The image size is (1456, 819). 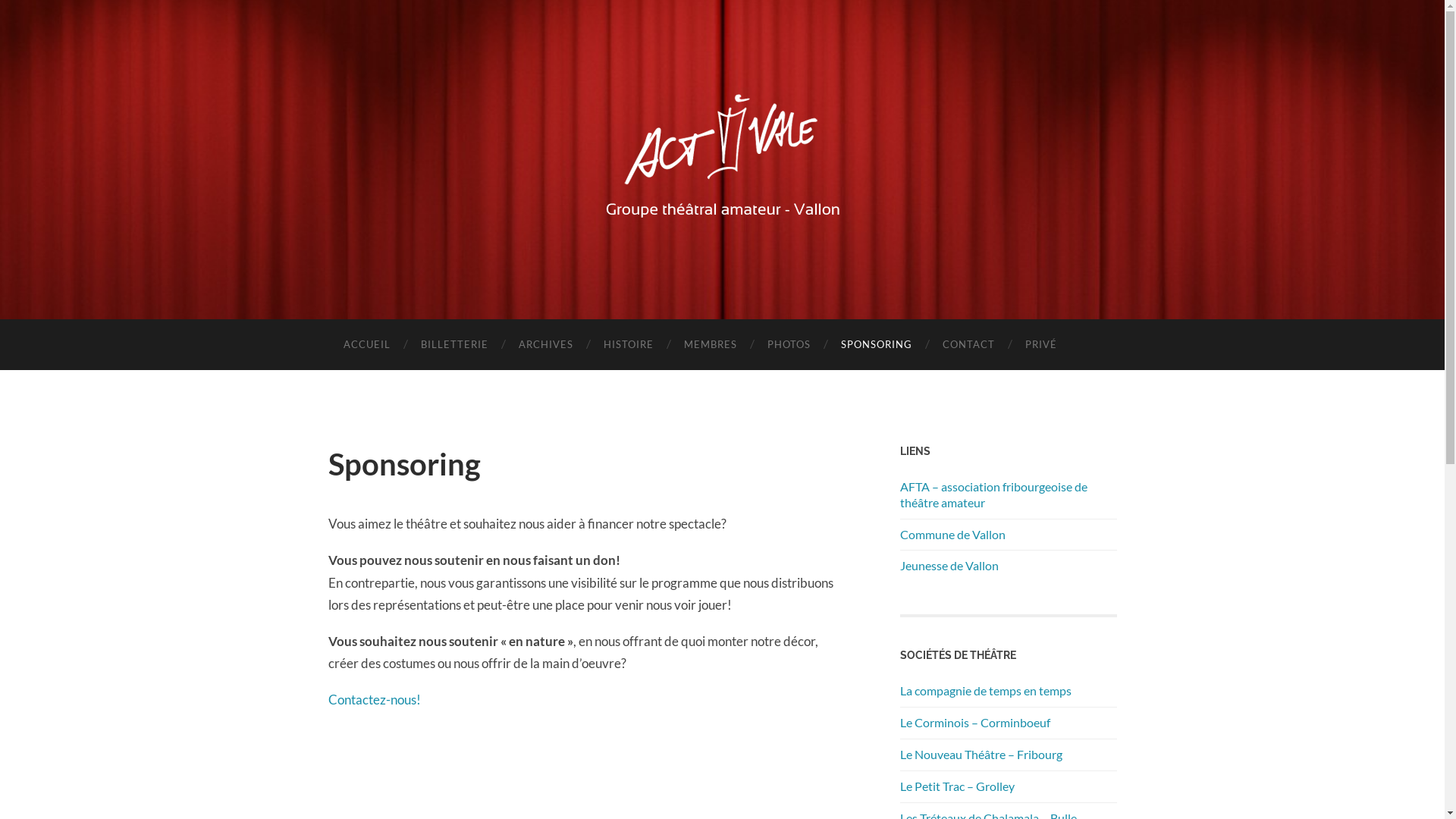 What do you see at coordinates (366, 344) in the screenshot?
I see `'ACCUEIL'` at bounding box center [366, 344].